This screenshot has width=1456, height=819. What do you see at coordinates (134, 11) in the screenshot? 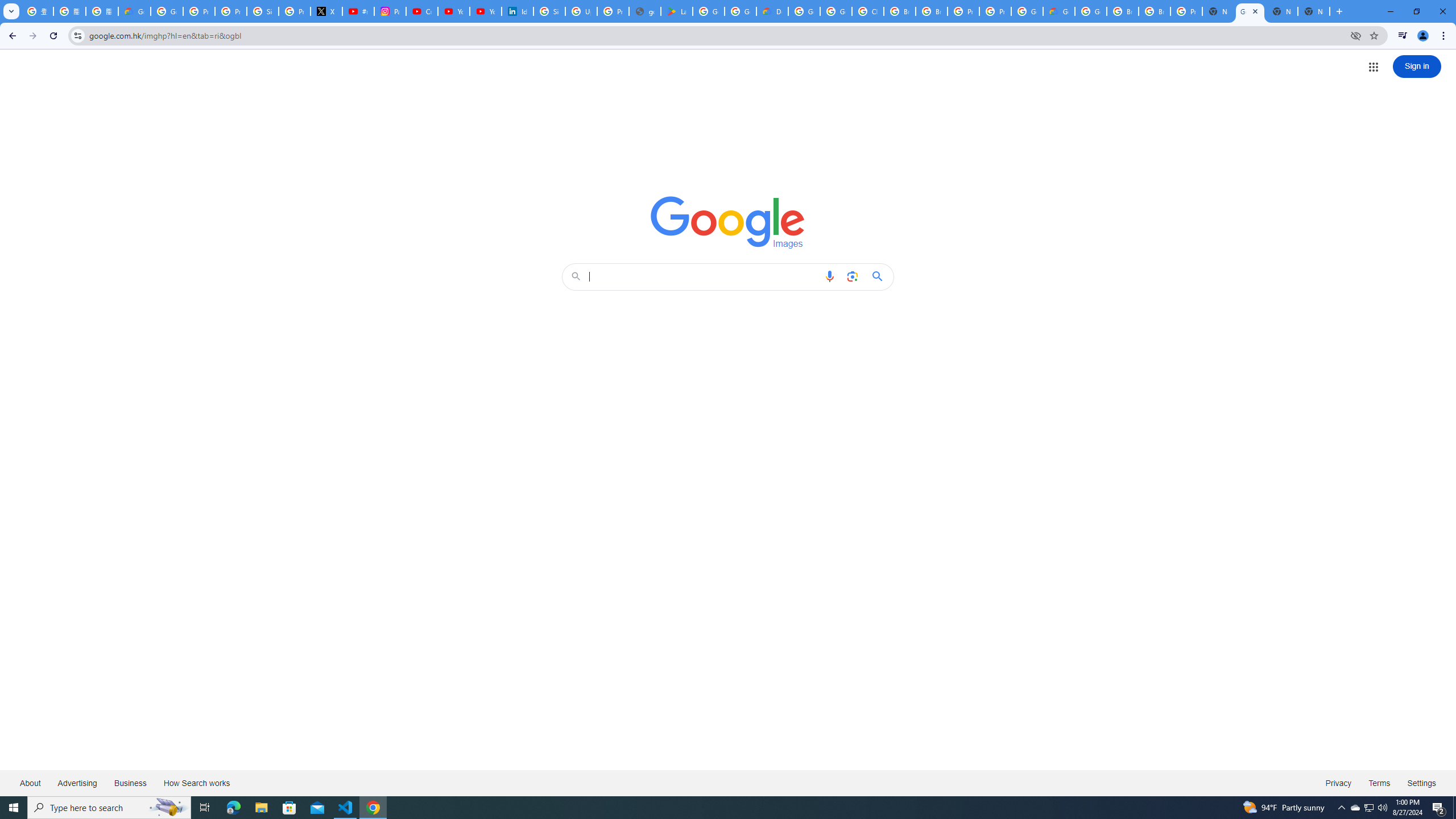
I see `'Google Cloud Privacy Notice'` at bounding box center [134, 11].